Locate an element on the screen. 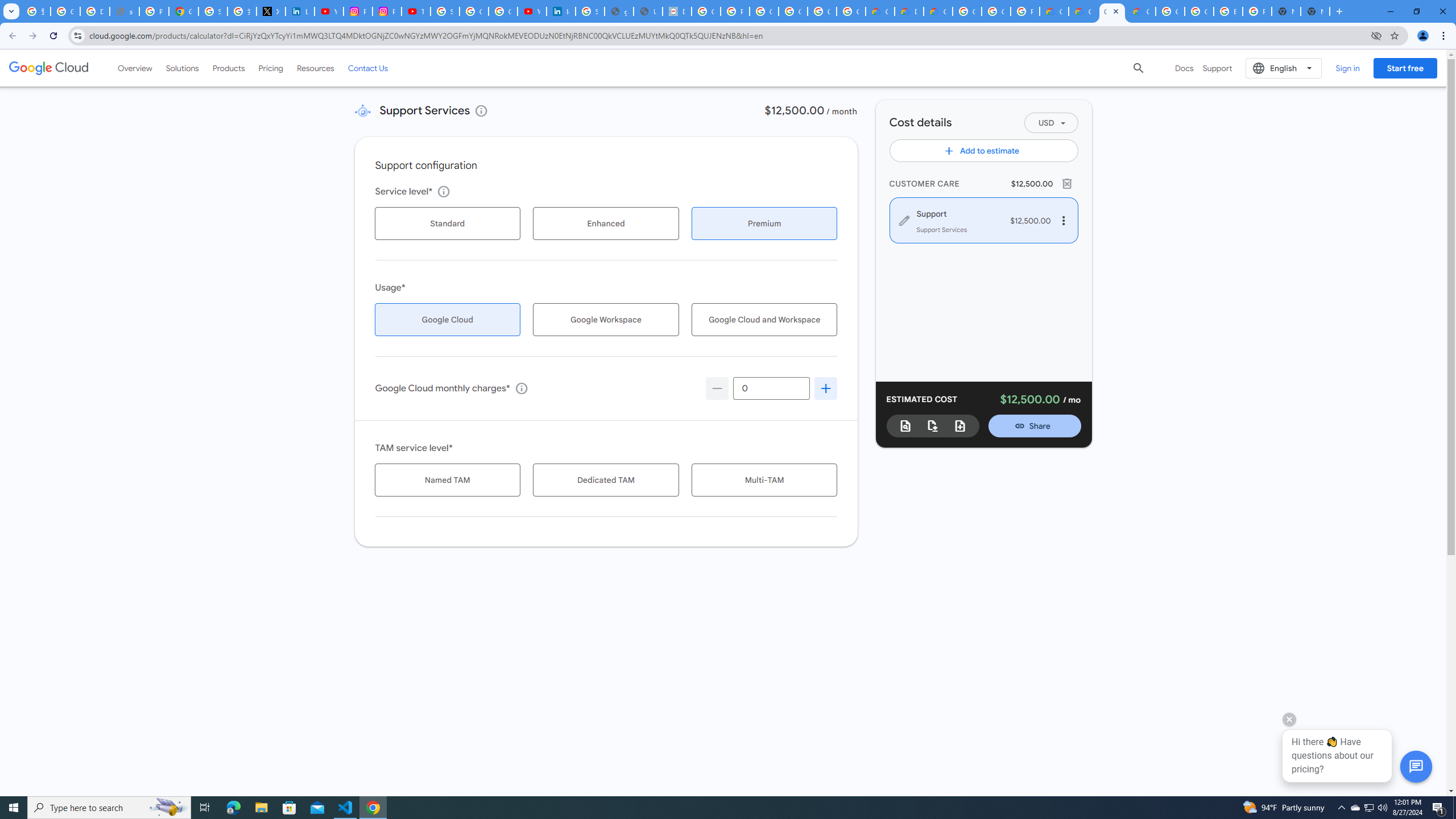 This screenshot has width=1456, height=819. 'Start free' is located at coordinates (1405, 67).